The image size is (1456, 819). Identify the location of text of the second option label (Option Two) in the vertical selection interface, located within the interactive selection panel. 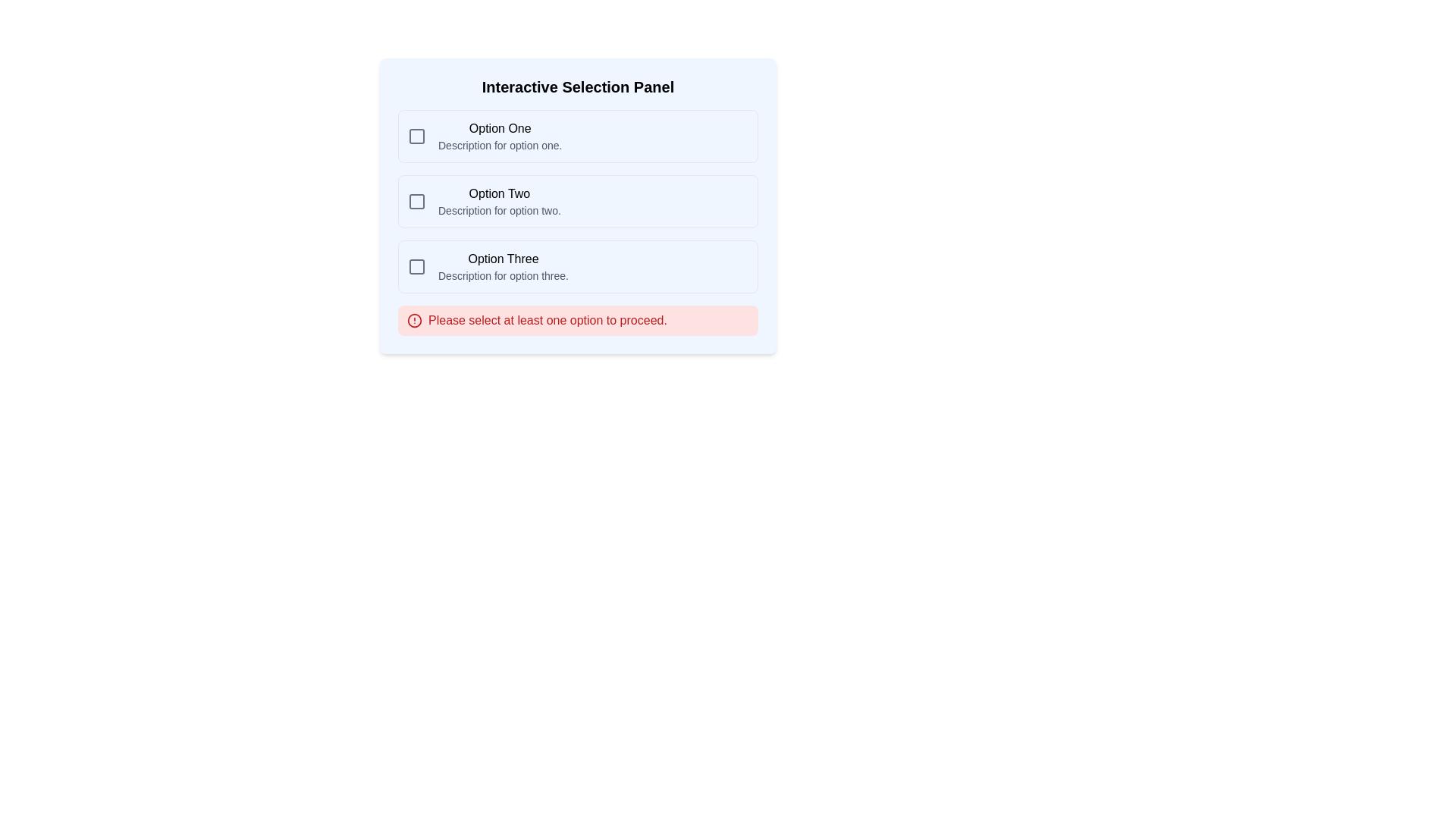
(499, 201).